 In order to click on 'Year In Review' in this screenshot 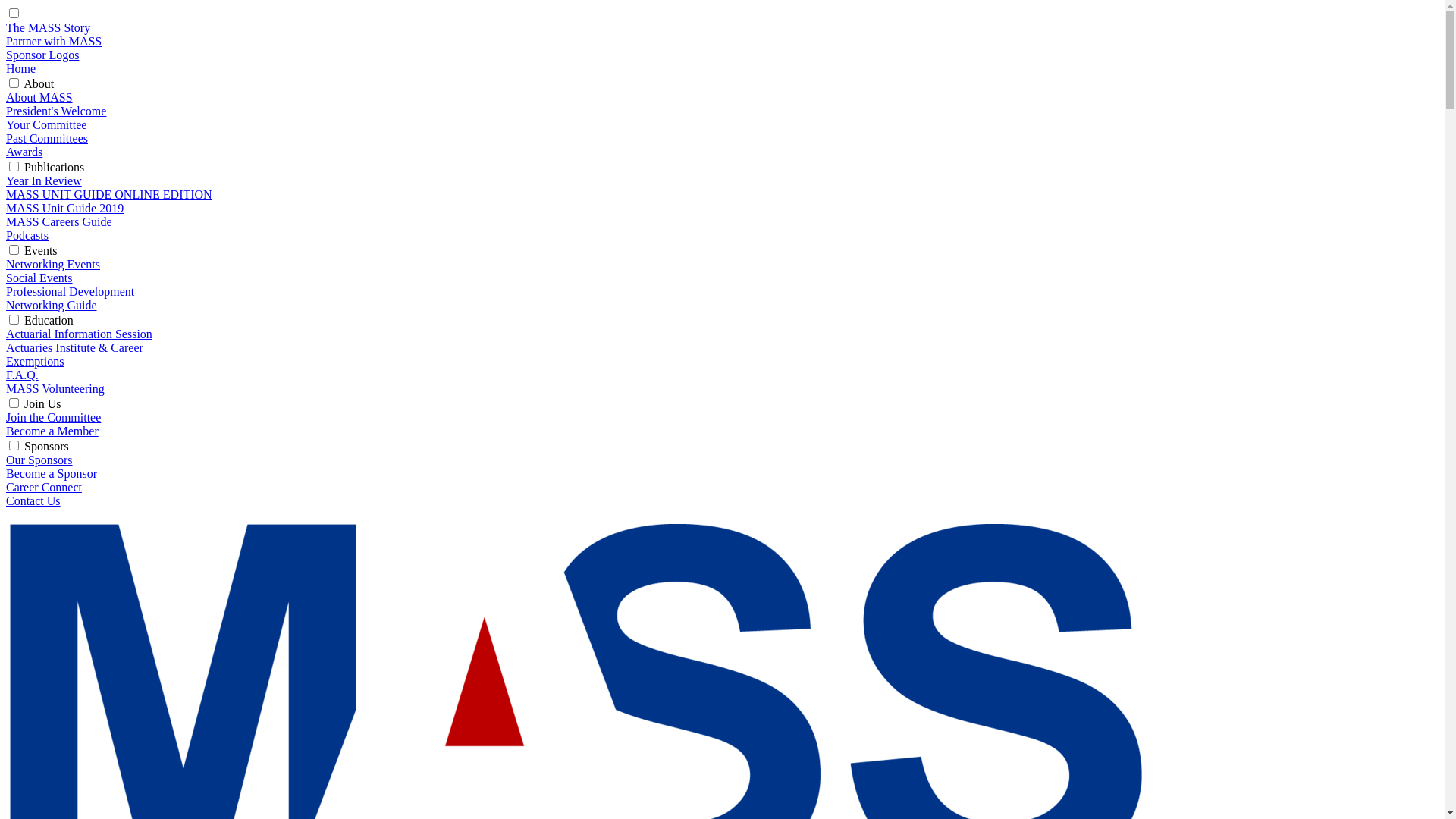, I will do `click(43, 180)`.